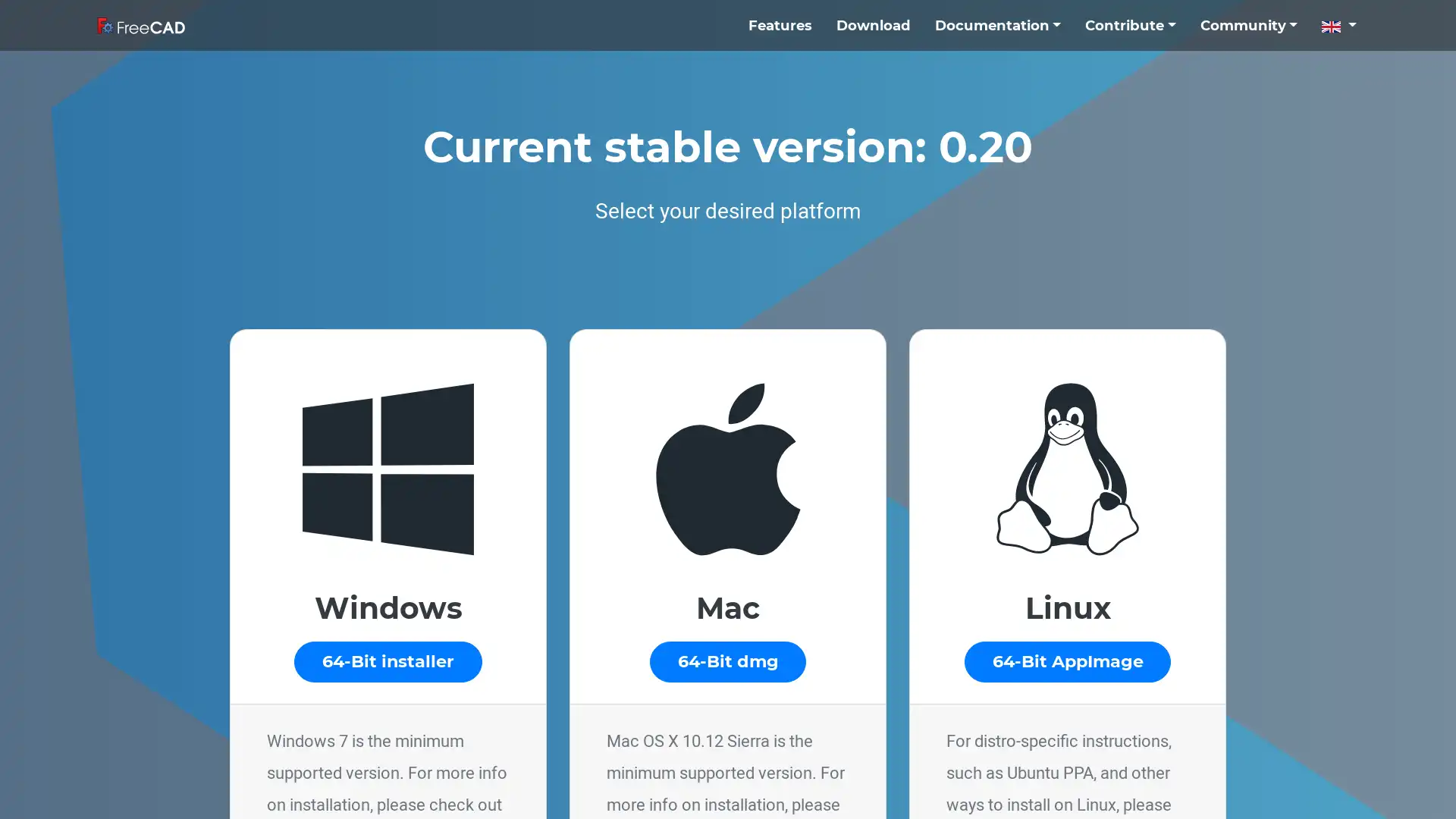 The height and width of the screenshot is (819, 1456). Describe the element at coordinates (726, 661) in the screenshot. I see `64-Bit dmg` at that location.